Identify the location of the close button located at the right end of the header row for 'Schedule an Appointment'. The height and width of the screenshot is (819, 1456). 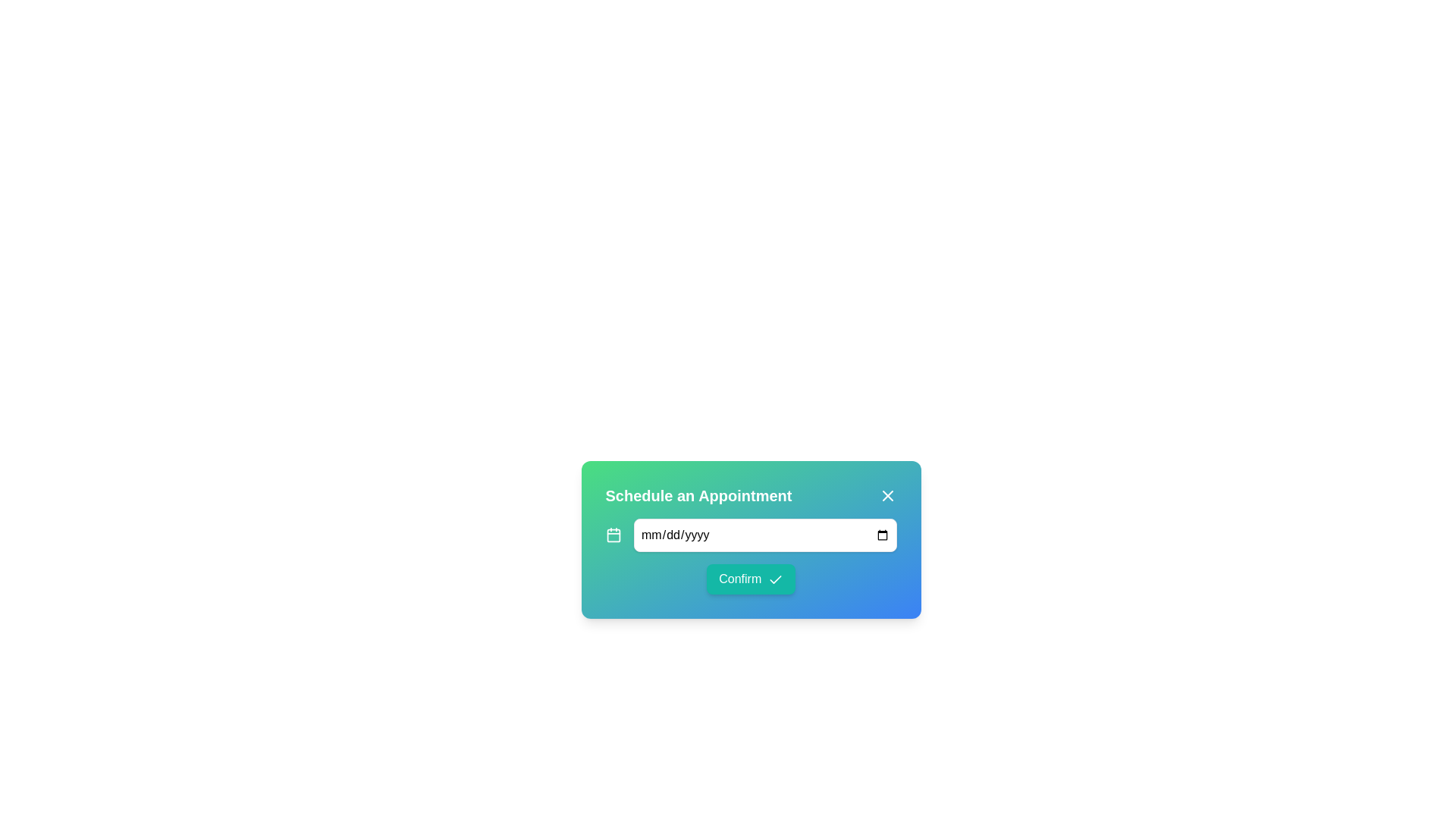
(887, 496).